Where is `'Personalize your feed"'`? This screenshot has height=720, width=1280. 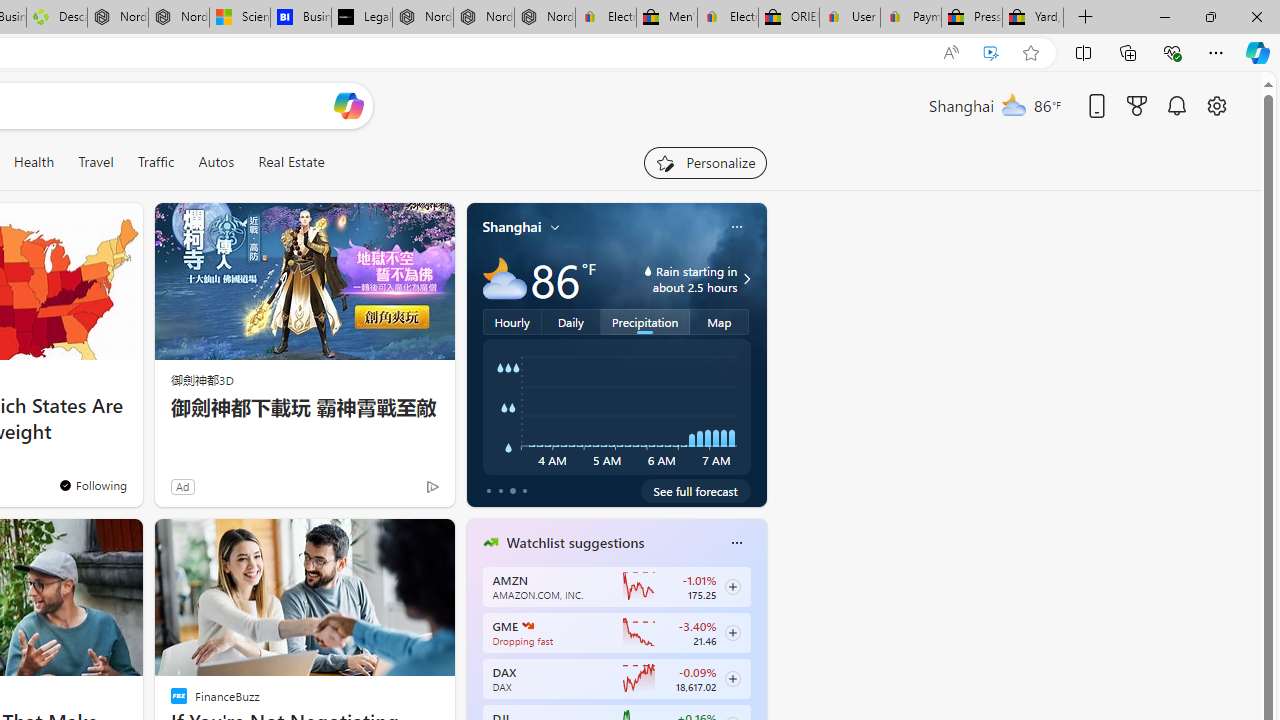
'Personalize your feed"' is located at coordinates (705, 162).